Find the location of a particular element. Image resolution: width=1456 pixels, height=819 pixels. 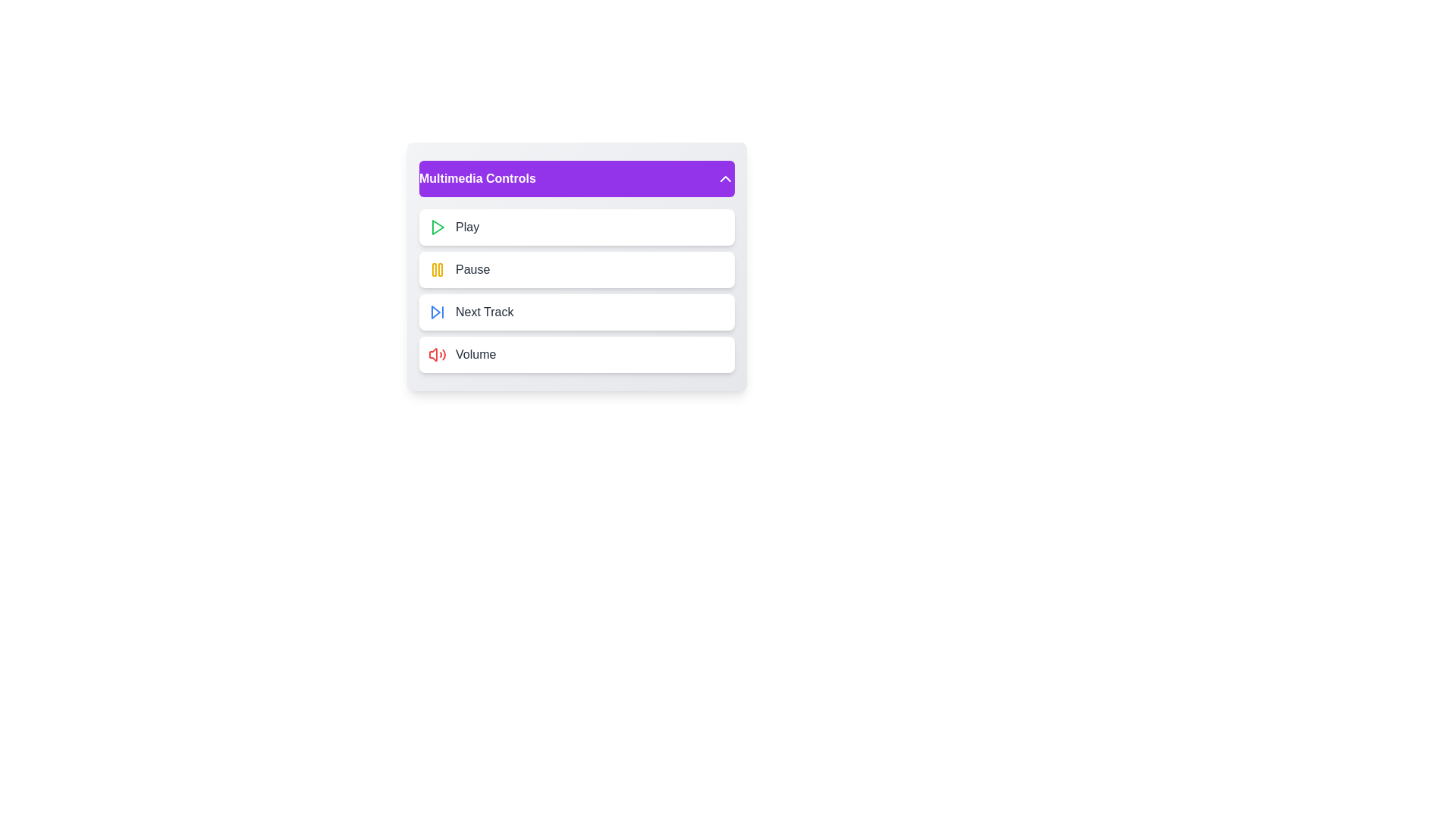

the second button in the 'Multimedia Controls' panel is located at coordinates (576, 265).